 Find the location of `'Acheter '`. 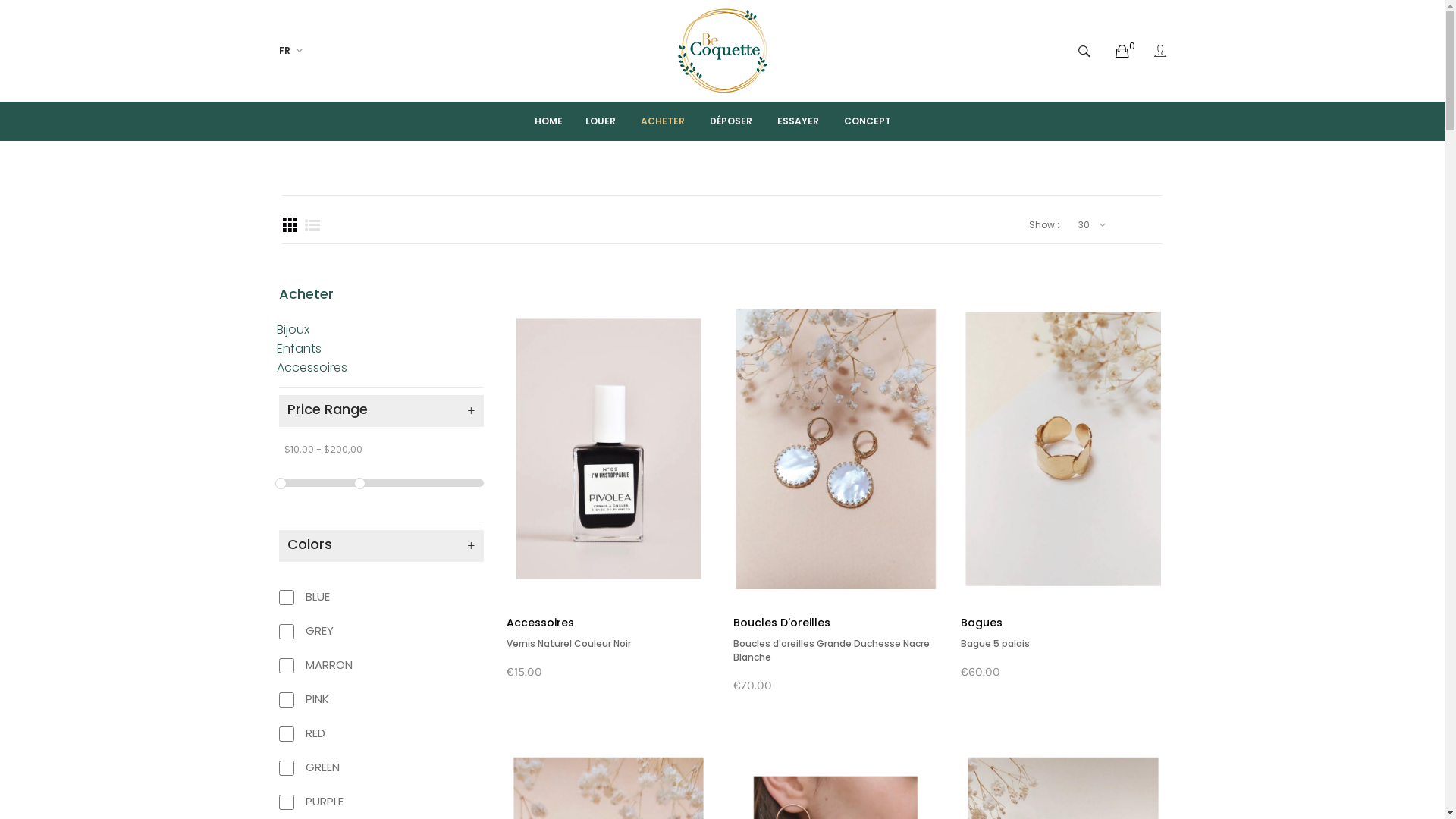

'Acheter ' is located at coordinates (307, 293).